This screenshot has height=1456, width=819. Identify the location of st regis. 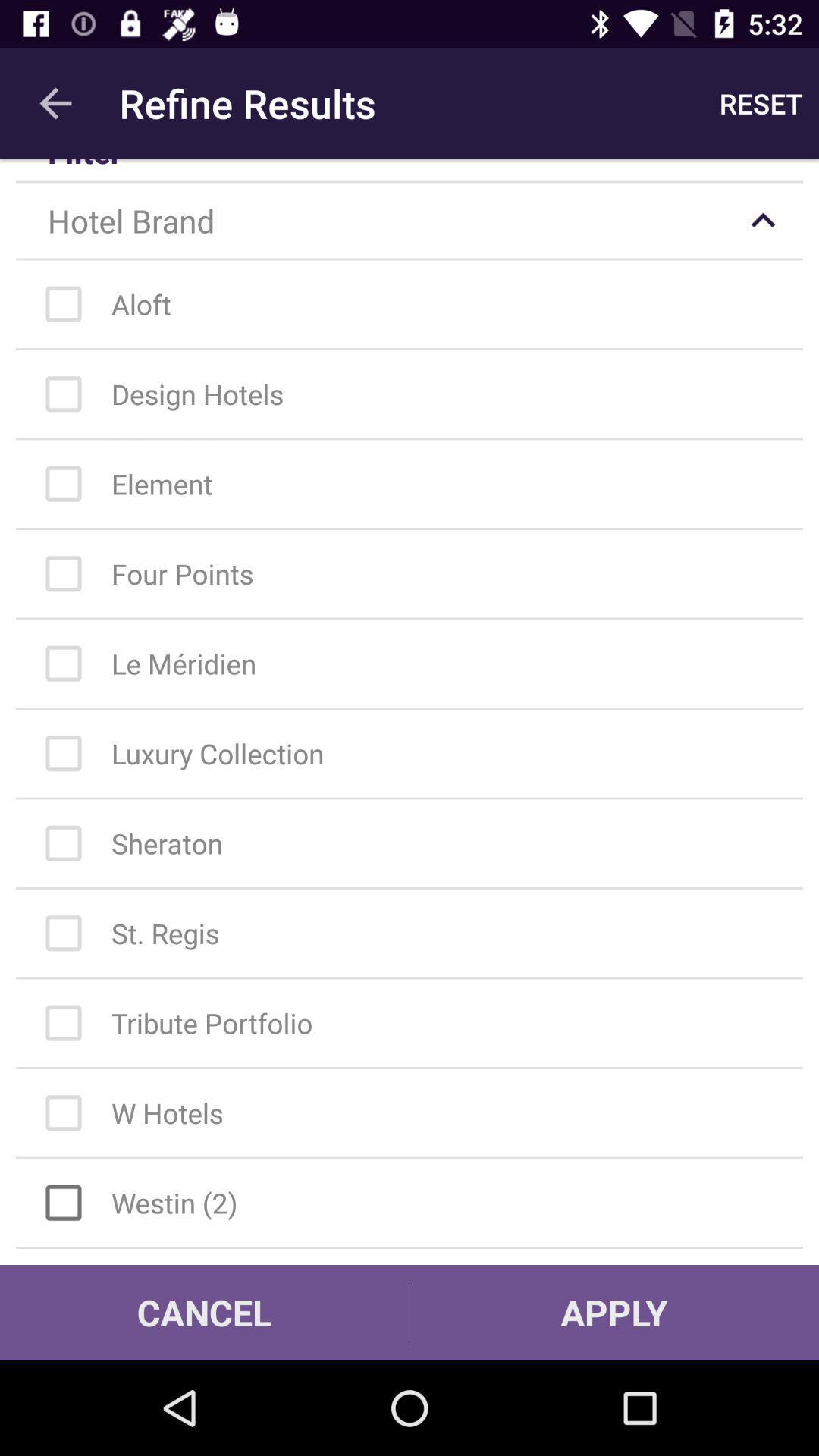
(417, 932).